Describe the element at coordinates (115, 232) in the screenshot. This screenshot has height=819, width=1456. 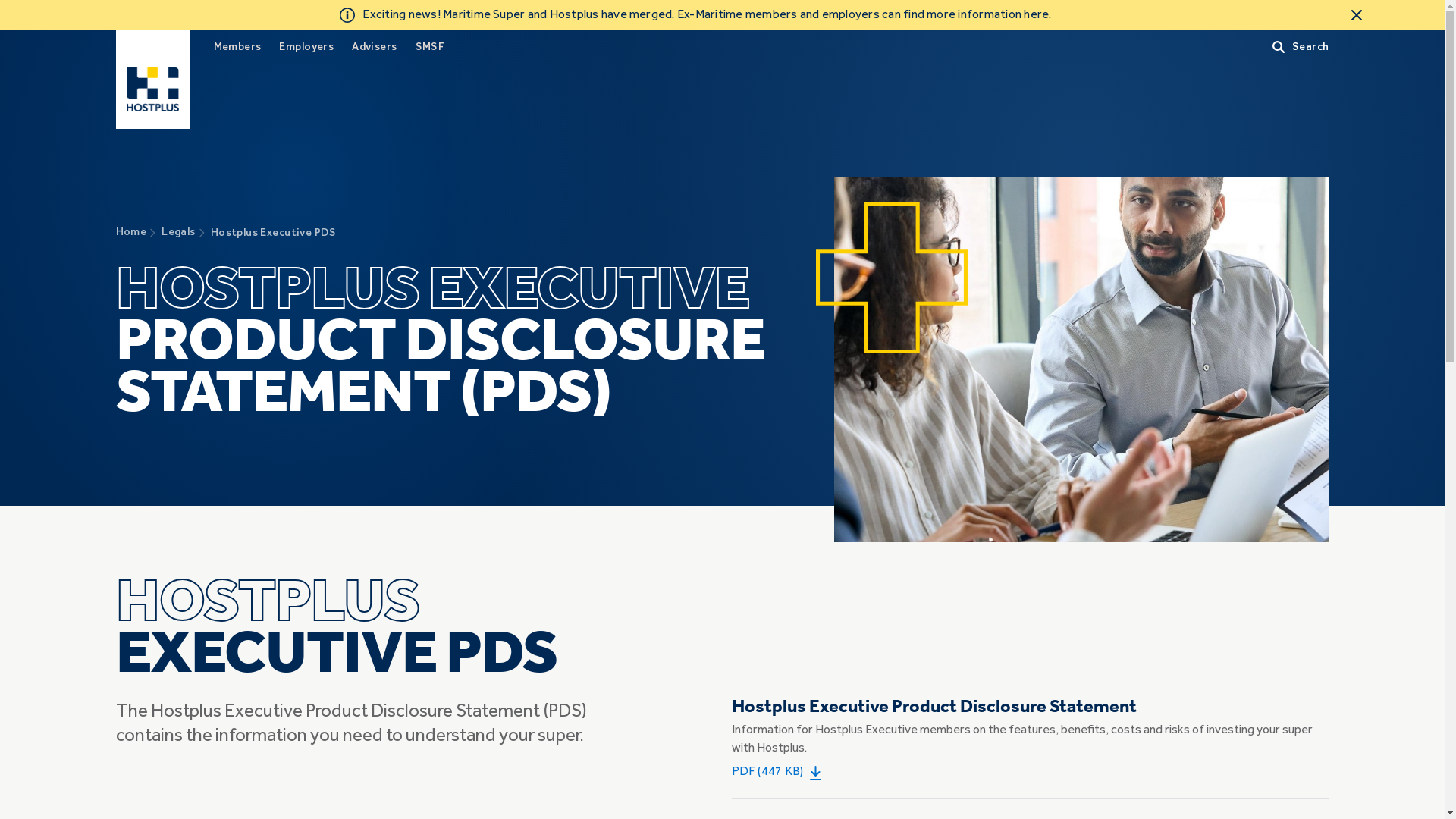
I see `'Home'` at that location.